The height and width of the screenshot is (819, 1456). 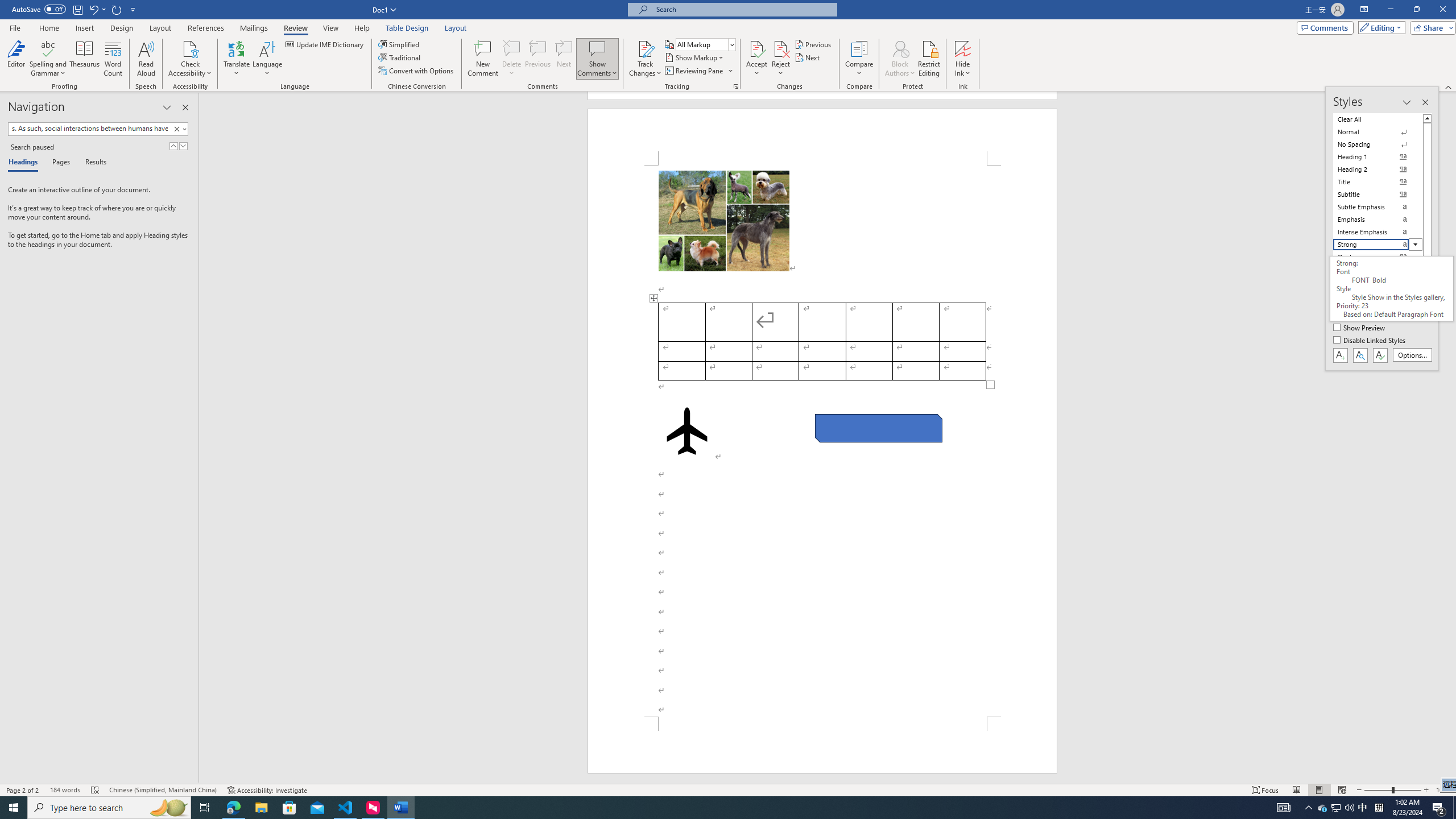 What do you see at coordinates (695, 56) in the screenshot?
I see `'Show Markup'` at bounding box center [695, 56].